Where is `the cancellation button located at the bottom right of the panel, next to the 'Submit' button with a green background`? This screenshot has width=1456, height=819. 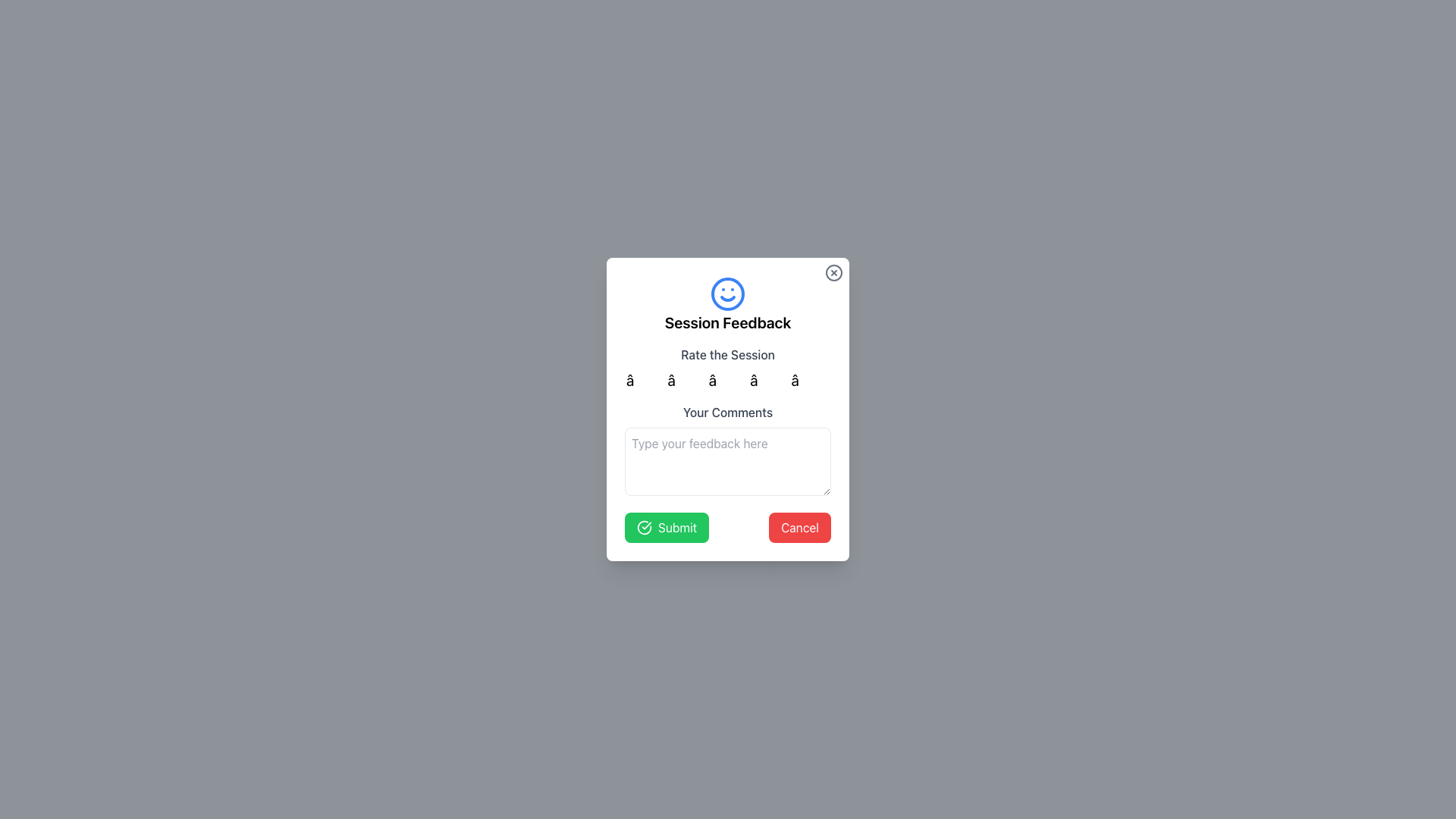
the cancellation button located at the bottom right of the panel, next to the 'Submit' button with a green background is located at coordinates (799, 526).